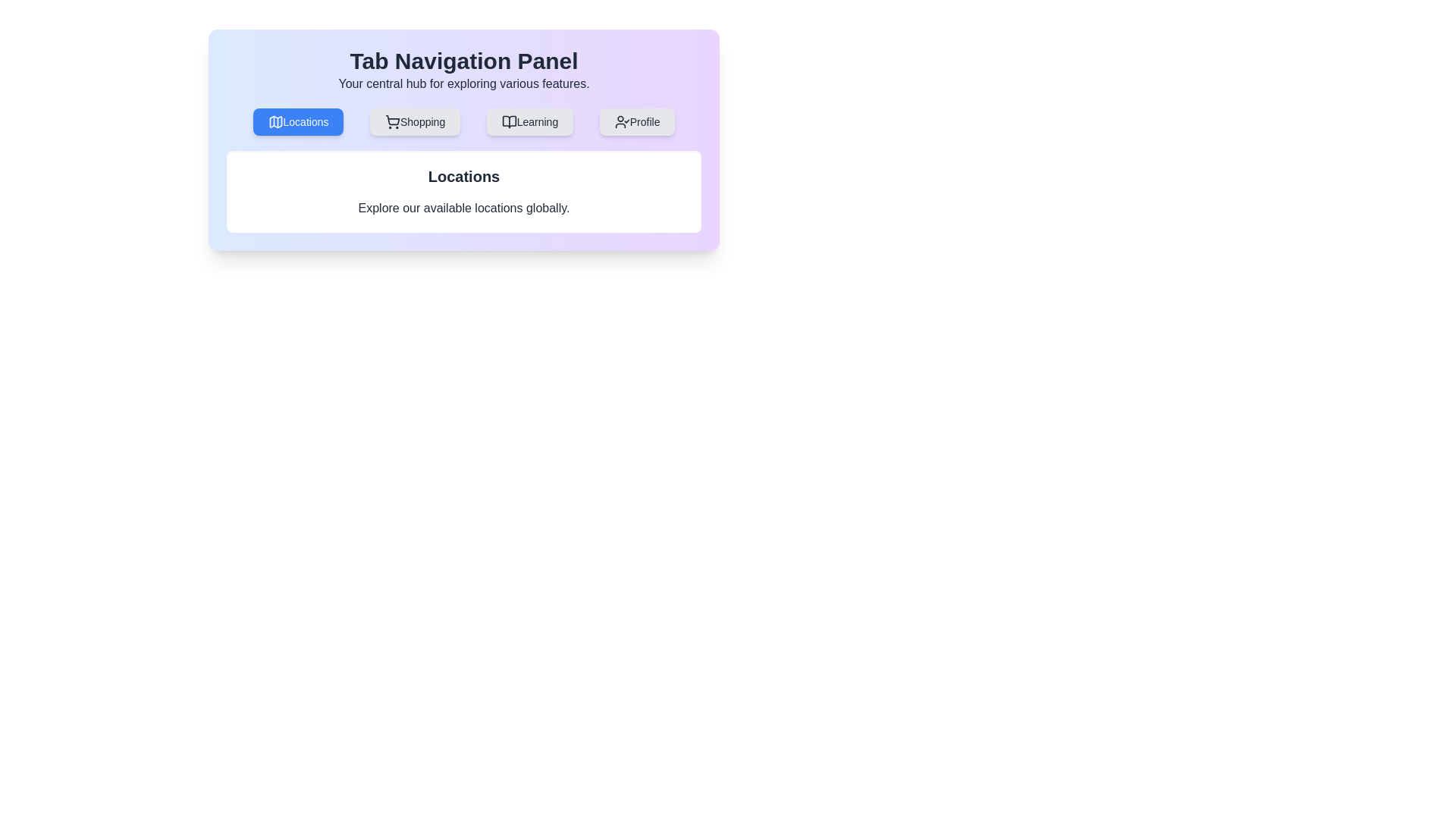 The width and height of the screenshot is (1456, 819). Describe the element at coordinates (637, 121) in the screenshot. I see `the Profile tab by clicking on its button` at that location.